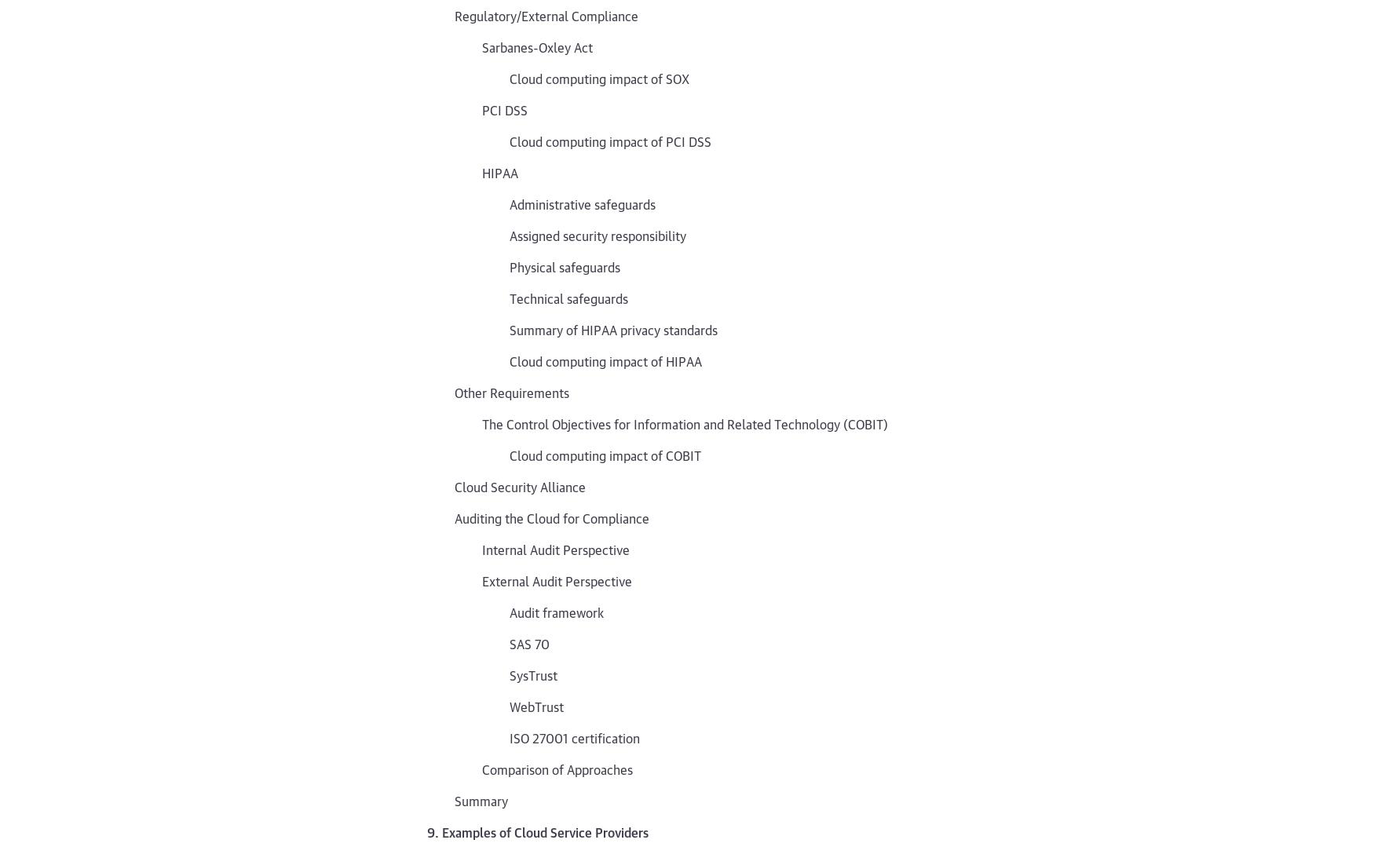 The width and height of the screenshot is (1400, 847). Describe the element at coordinates (426, 831) in the screenshot. I see `'9. Examples of Cloud Service Providers'` at that location.